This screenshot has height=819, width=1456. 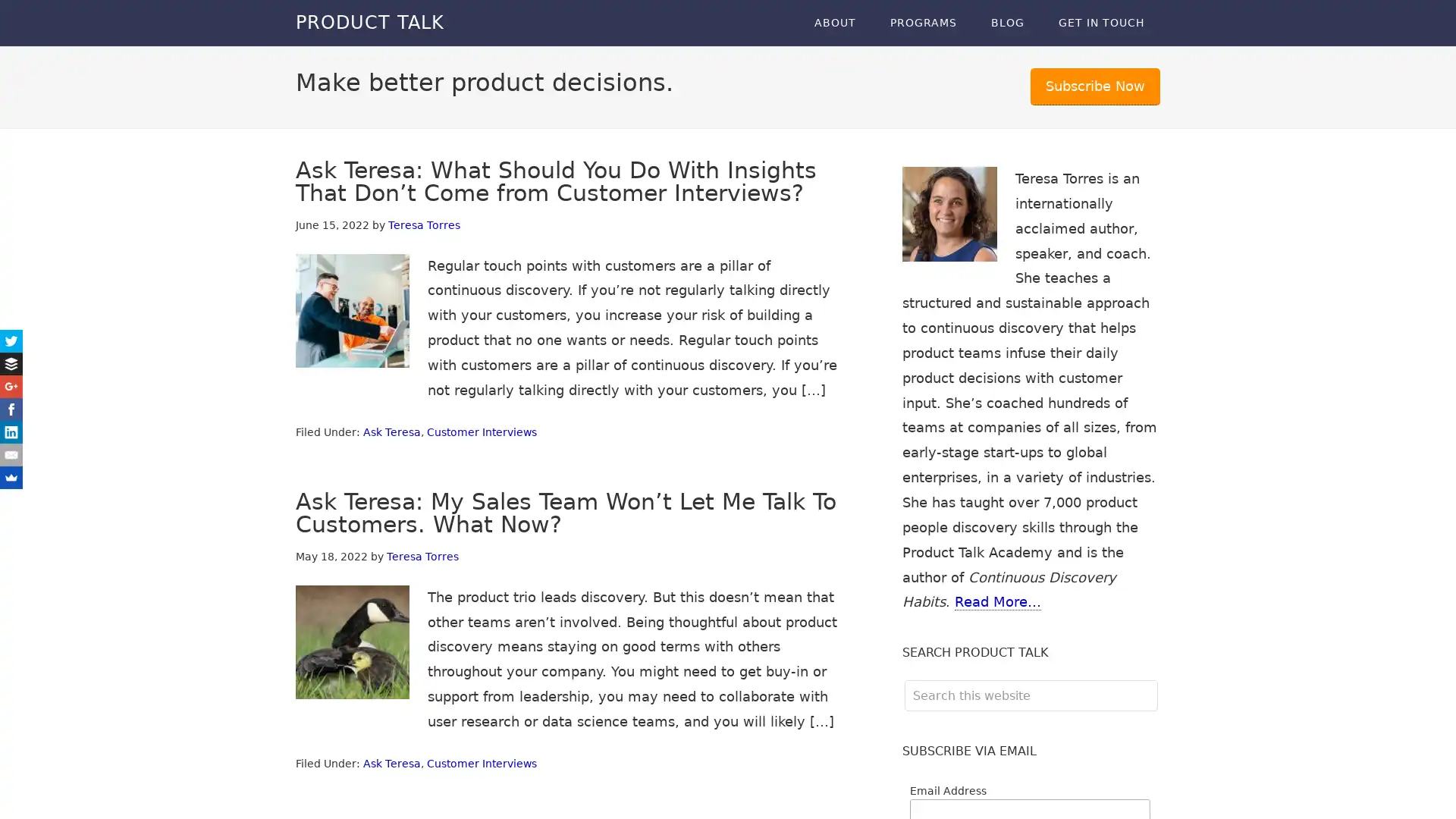 I want to click on Search, so click(x=1156, y=679).